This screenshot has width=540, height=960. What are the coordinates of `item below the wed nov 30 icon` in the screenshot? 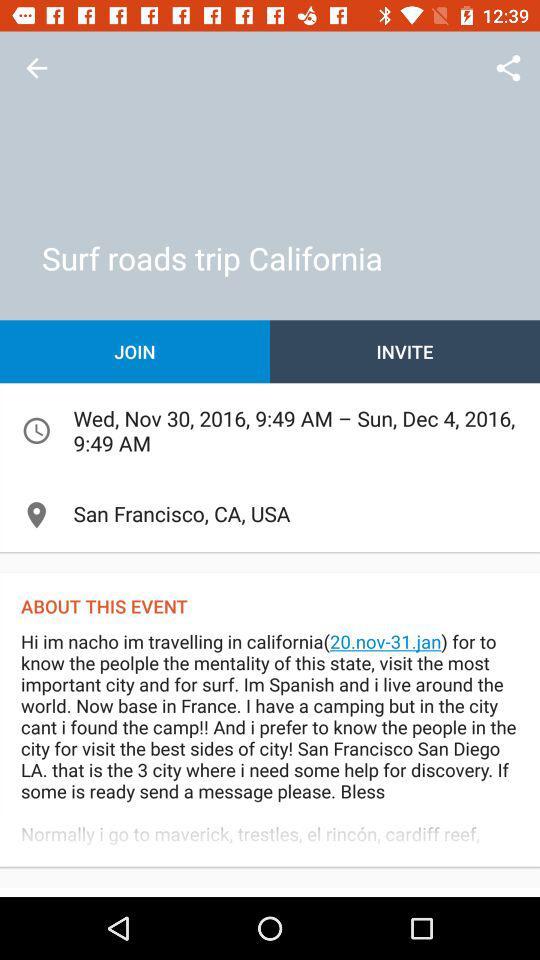 It's located at (270, 514).